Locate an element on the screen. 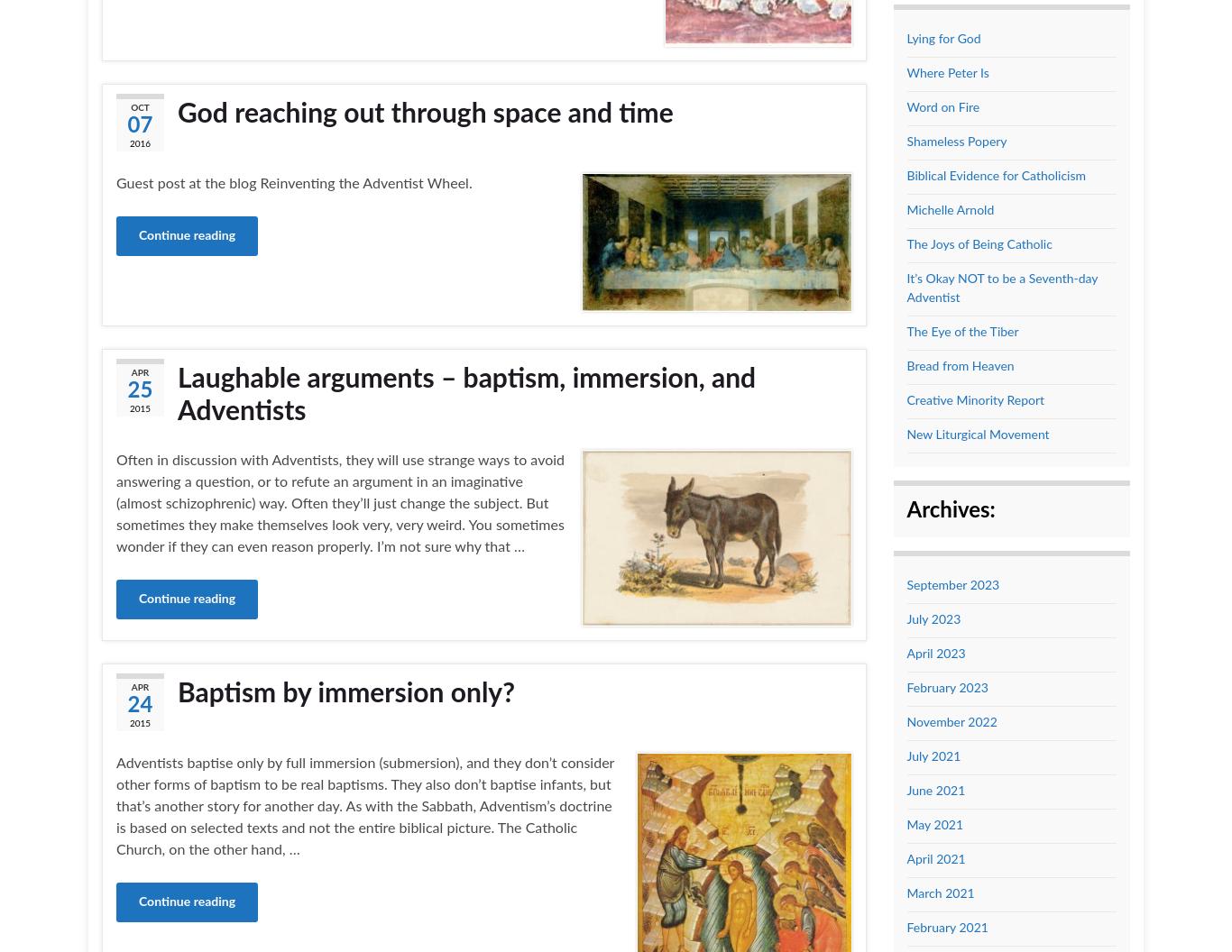  'June 2021' is located at coordinates (906, 790).